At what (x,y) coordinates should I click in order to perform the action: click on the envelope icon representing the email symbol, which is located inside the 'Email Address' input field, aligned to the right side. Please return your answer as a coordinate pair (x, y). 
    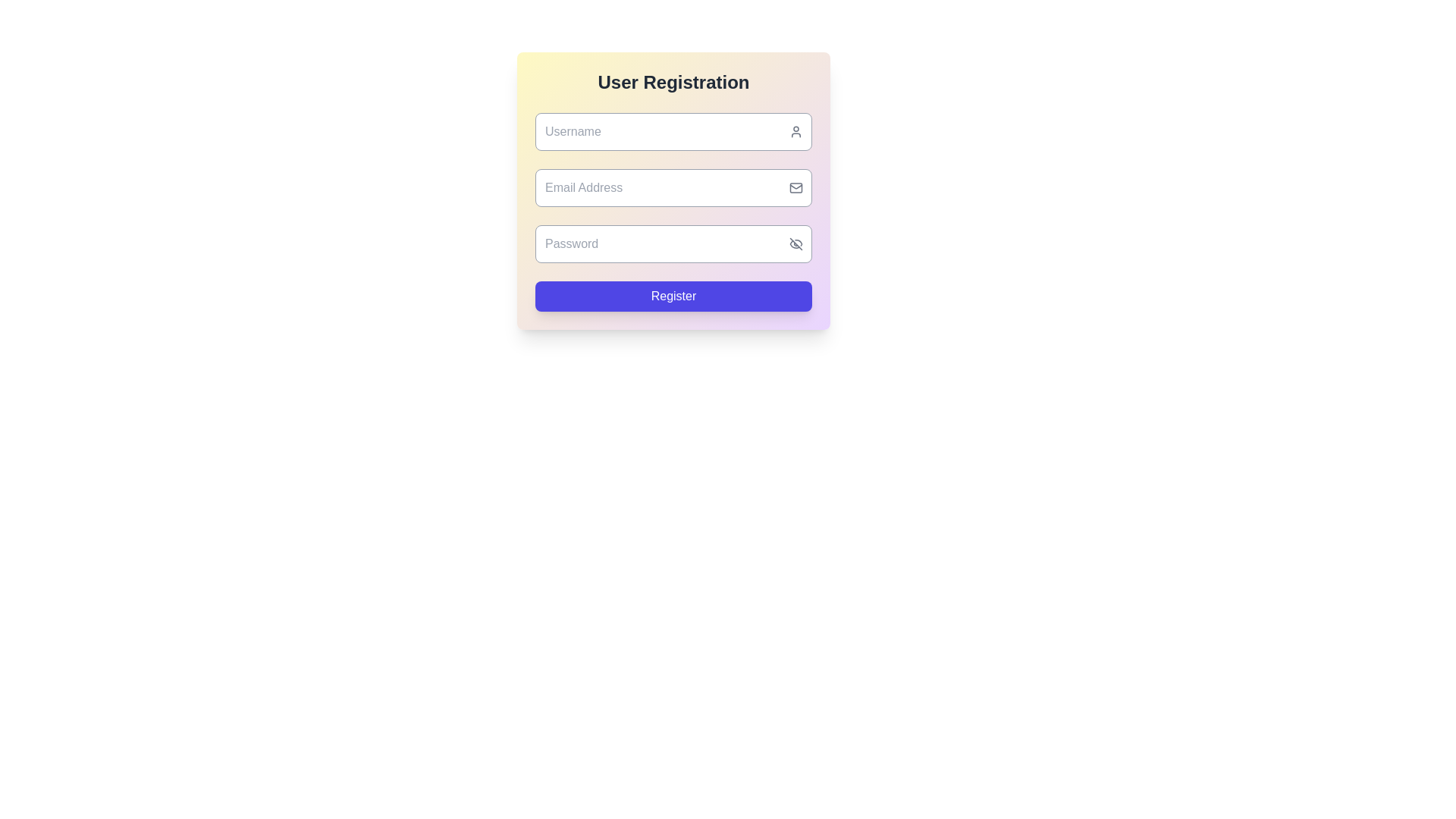
    Looking at the image, I should click on (795, 187).